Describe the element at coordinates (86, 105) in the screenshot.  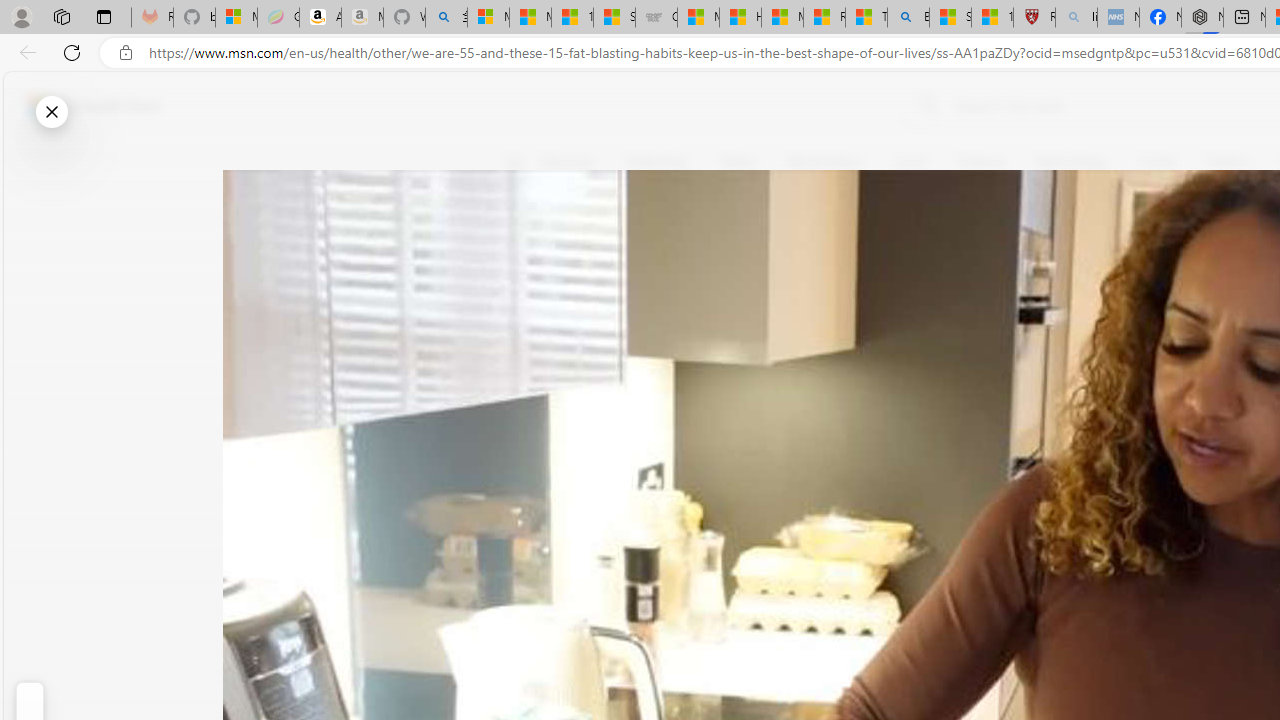
I see `'Skip to content'` at that location.